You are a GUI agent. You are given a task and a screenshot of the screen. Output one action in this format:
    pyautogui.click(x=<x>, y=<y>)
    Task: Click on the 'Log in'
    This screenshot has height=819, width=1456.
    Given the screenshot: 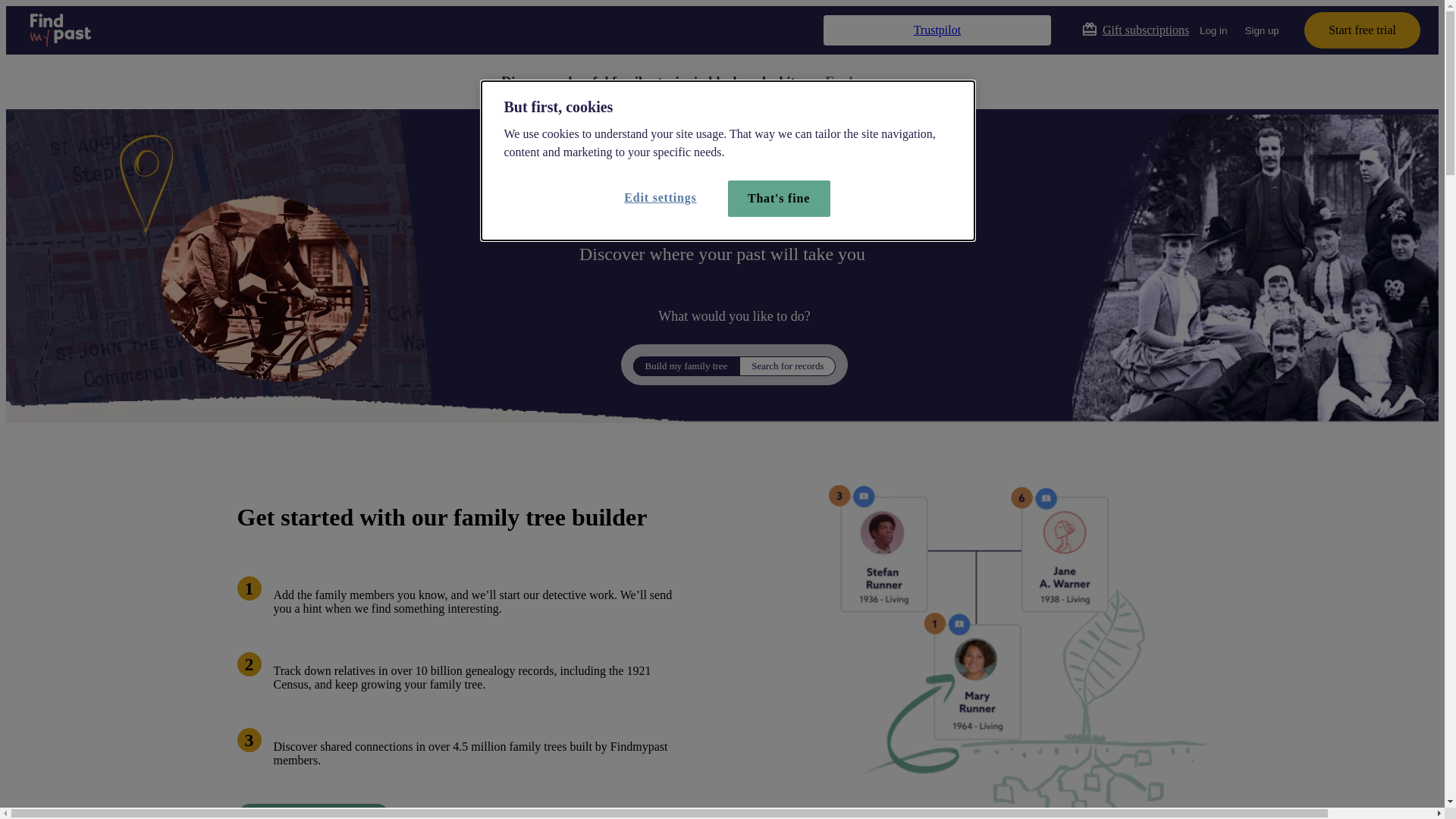 What is the action you would take?
    pyautogui.click(x=1212, y=30)
    